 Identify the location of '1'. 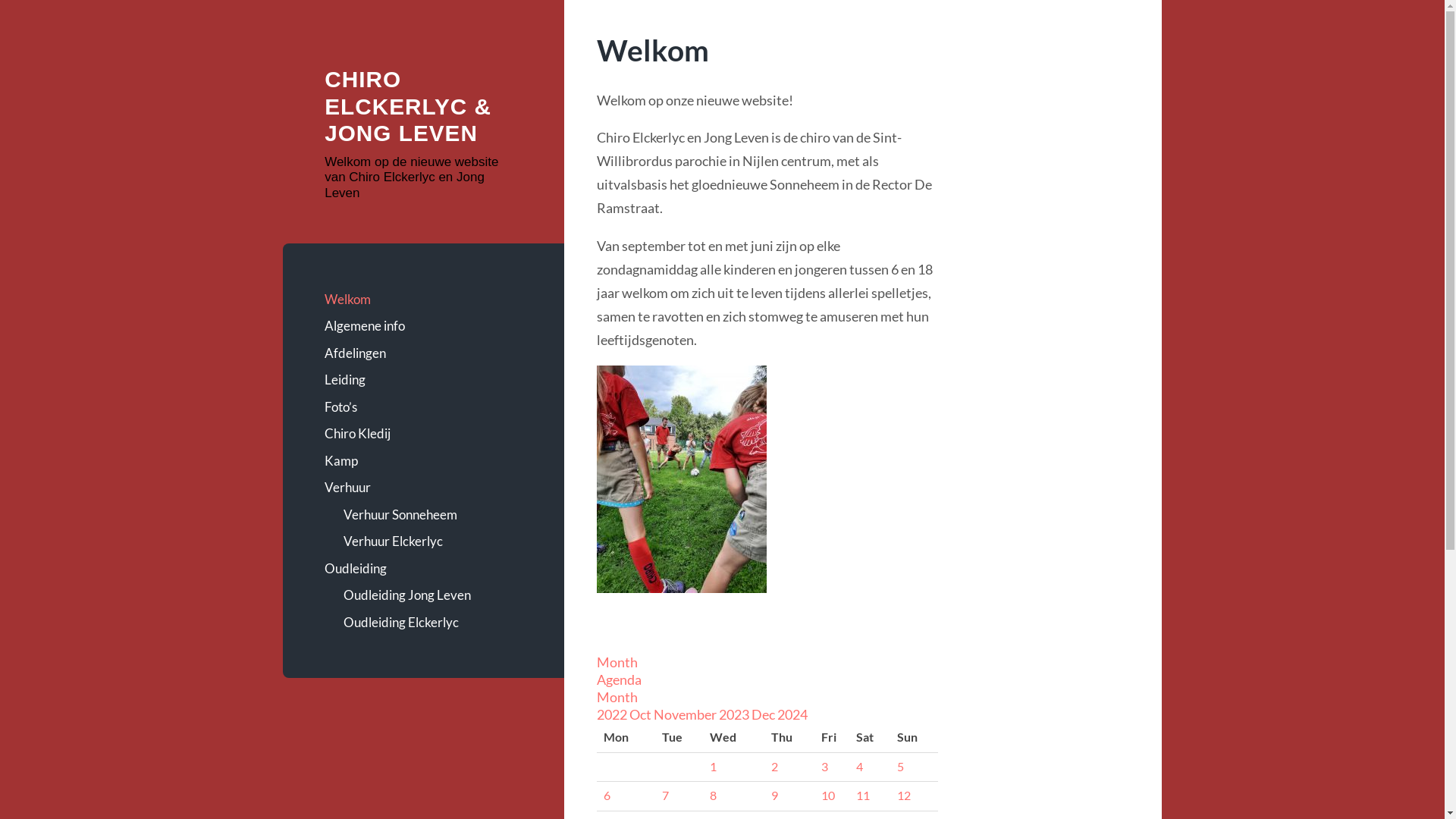
(712, 766).